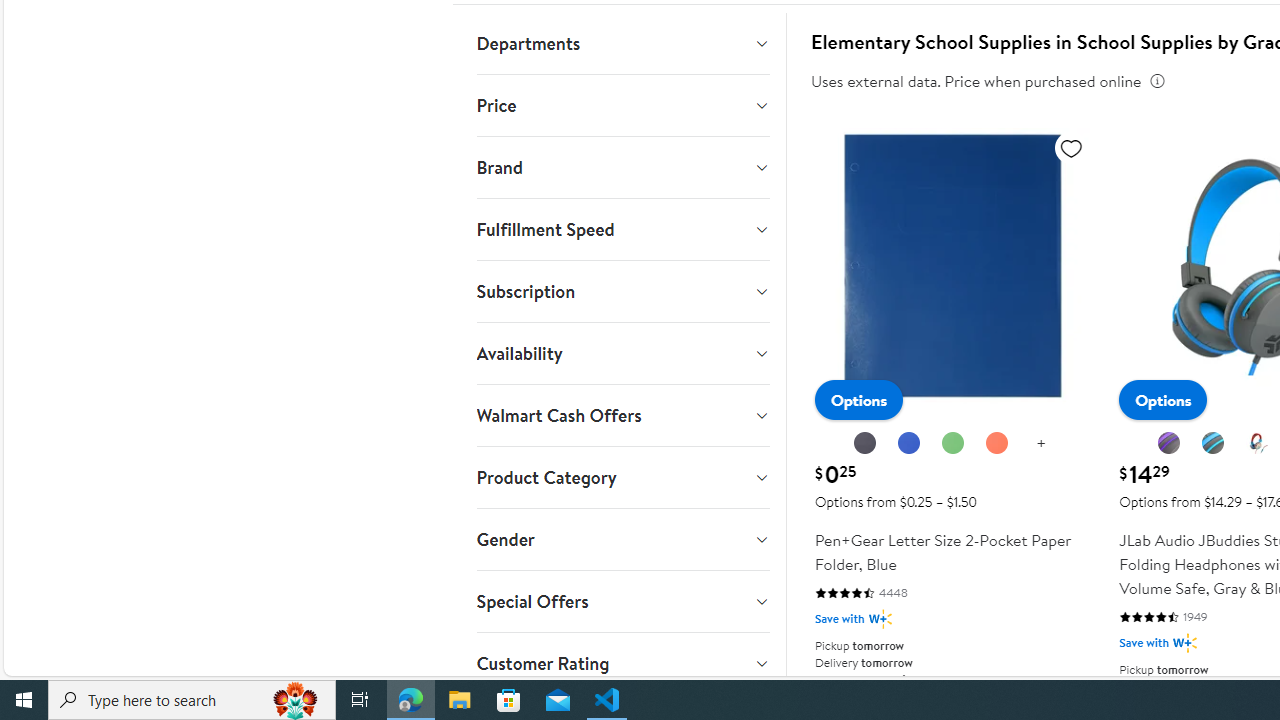  Describe the element at coordinates (1256, 442) in the screenshot. I see `'Multicolor'` at that location.